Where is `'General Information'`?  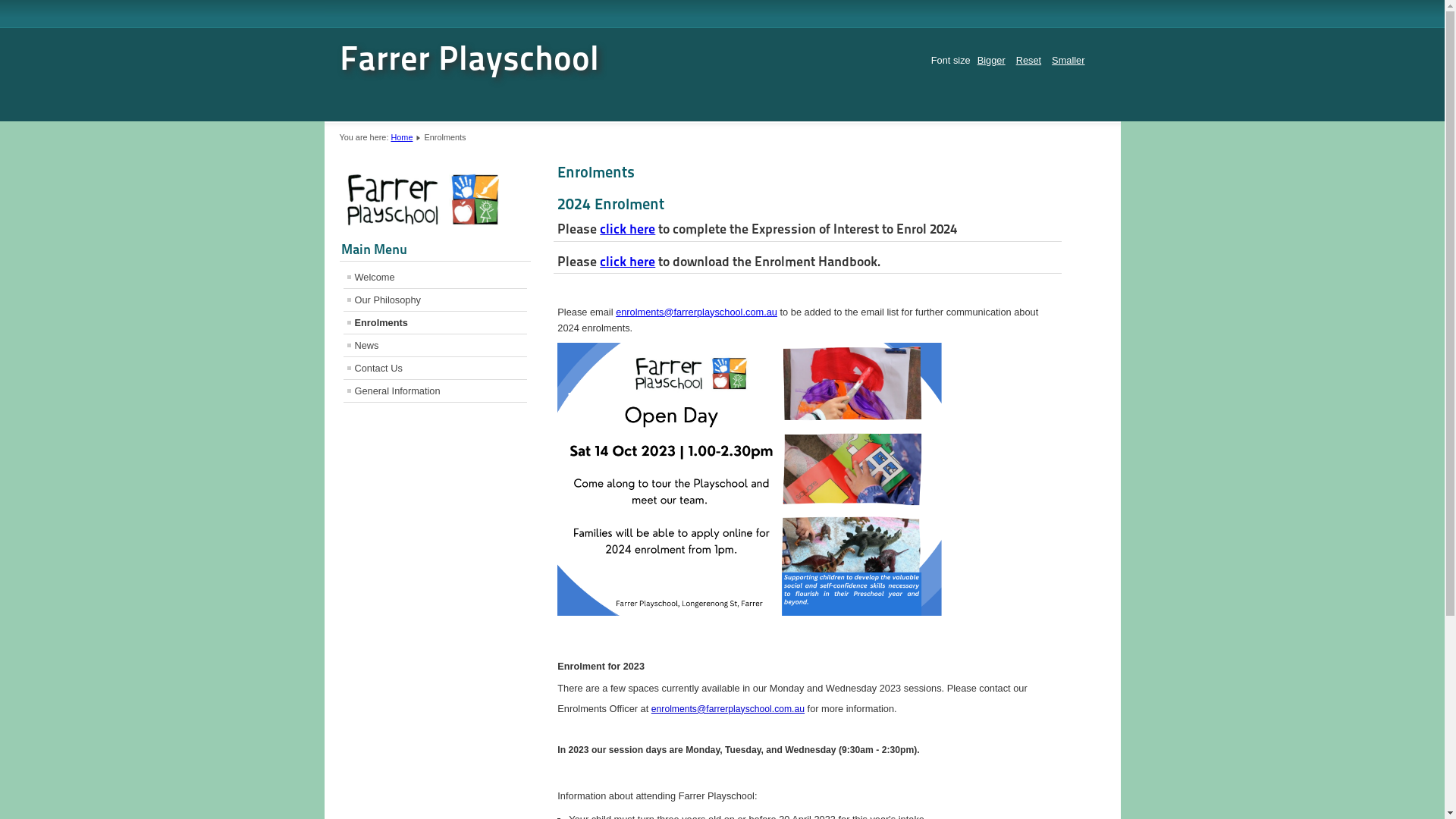
'General Information' is located at coordinates (341, 390).